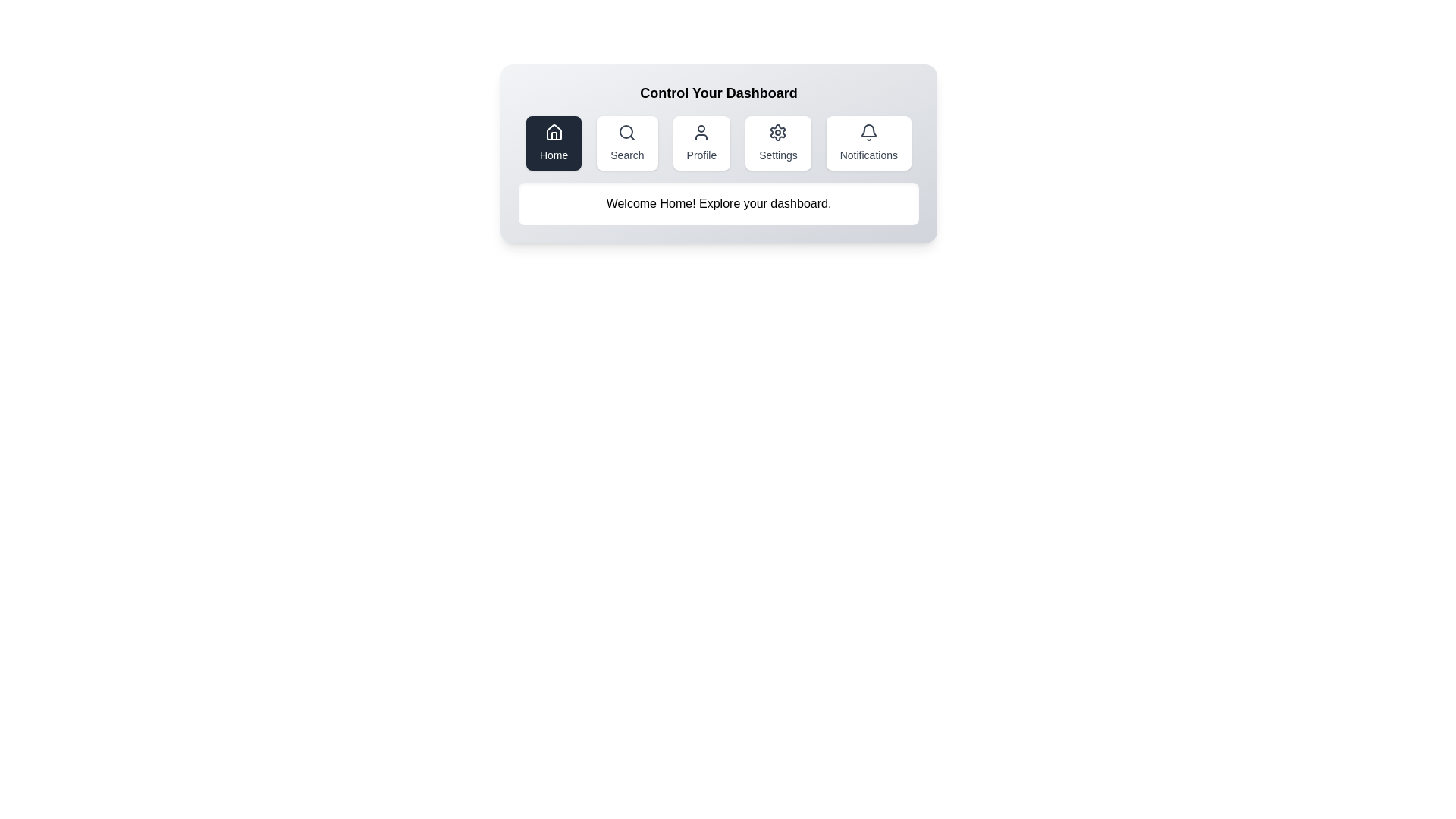  I want to click on the centrally positioned greeting text element located below the navigation buttons in the application dashboard, so click(718, 203).